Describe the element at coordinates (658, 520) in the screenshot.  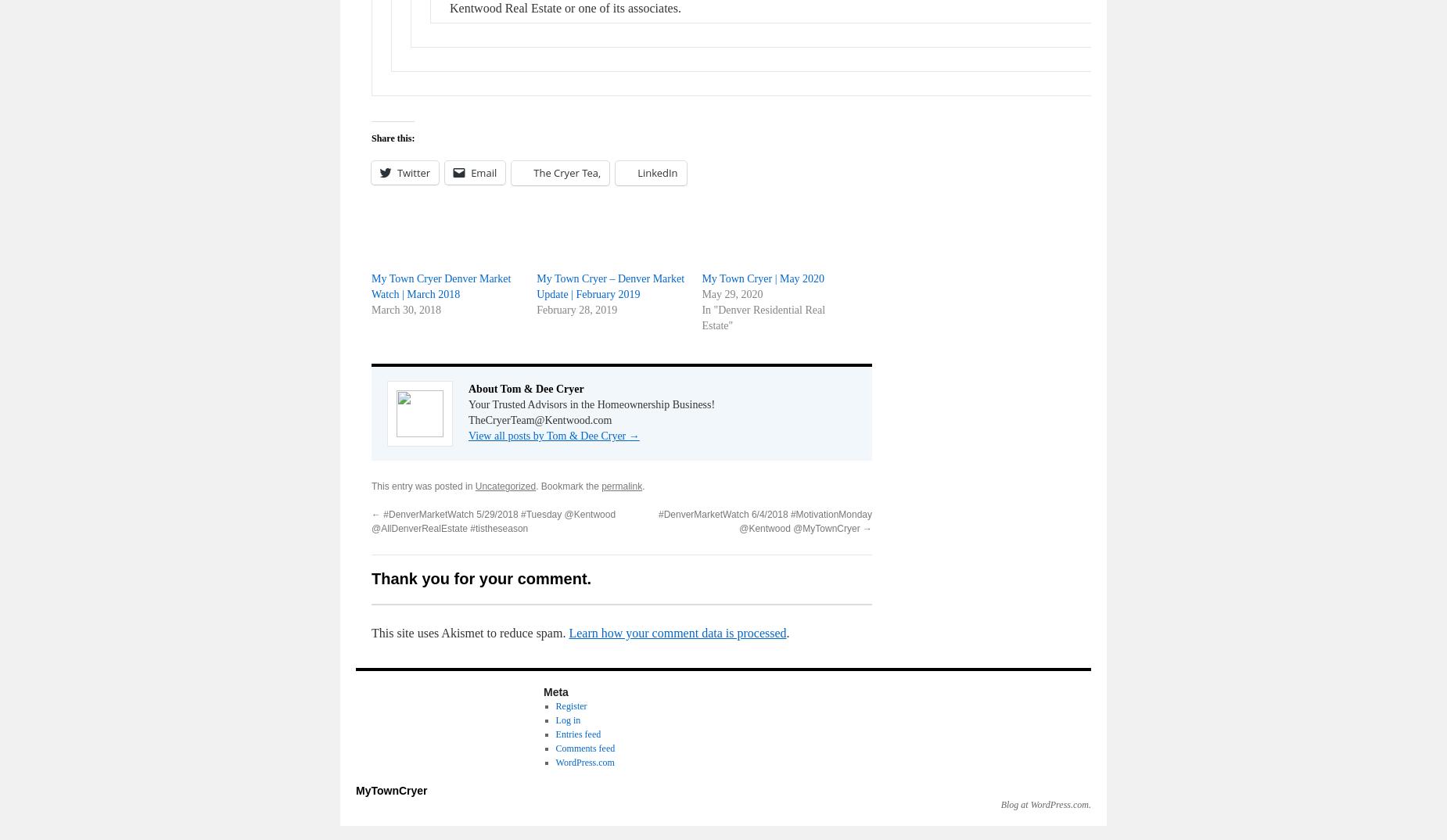
I see `'#DenverMarketWatch 6/4/2018 #MotivationMonday @Kentwood @MyTownCryer'` at that location.